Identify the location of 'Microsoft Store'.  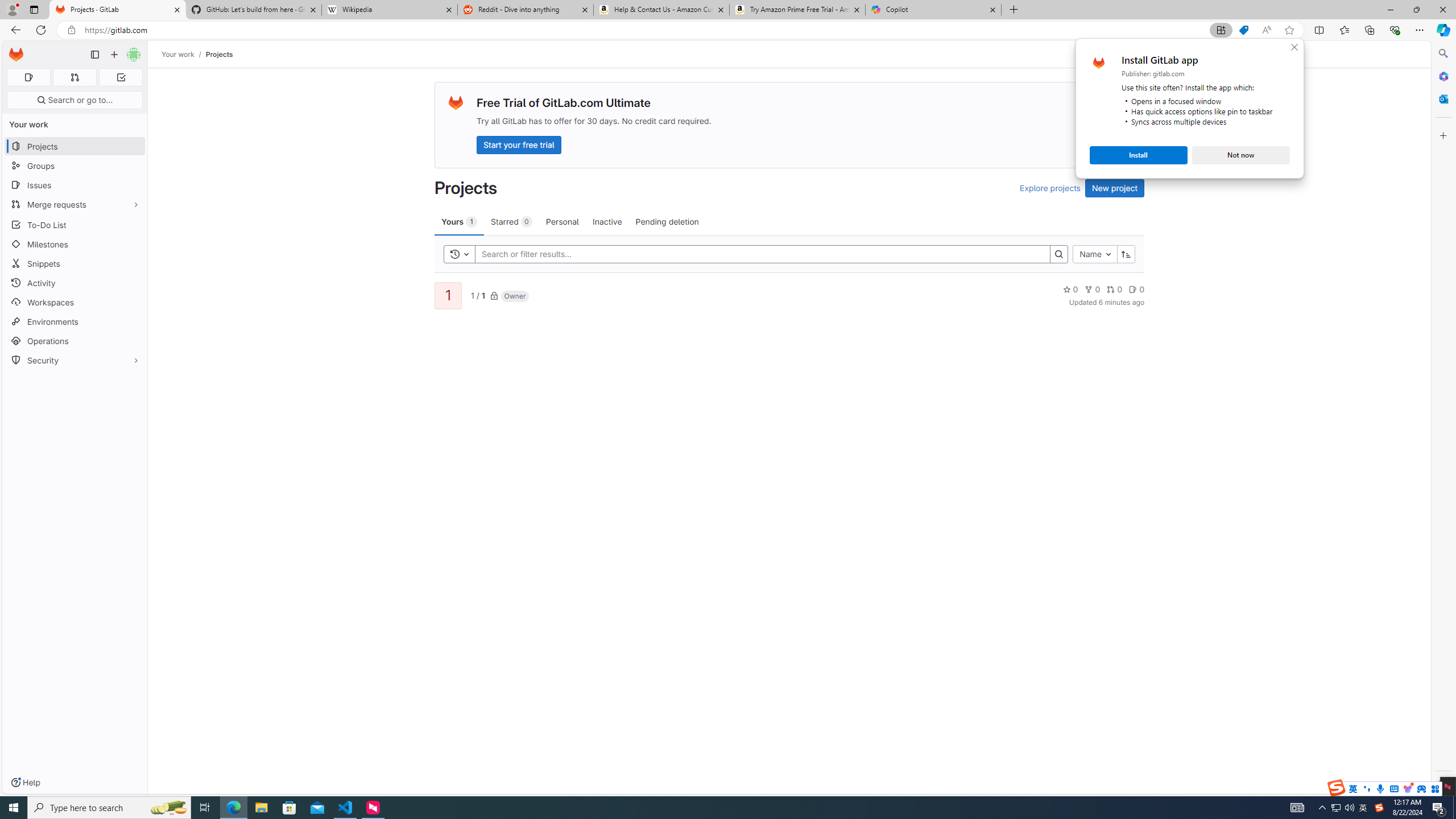
(289, 806).